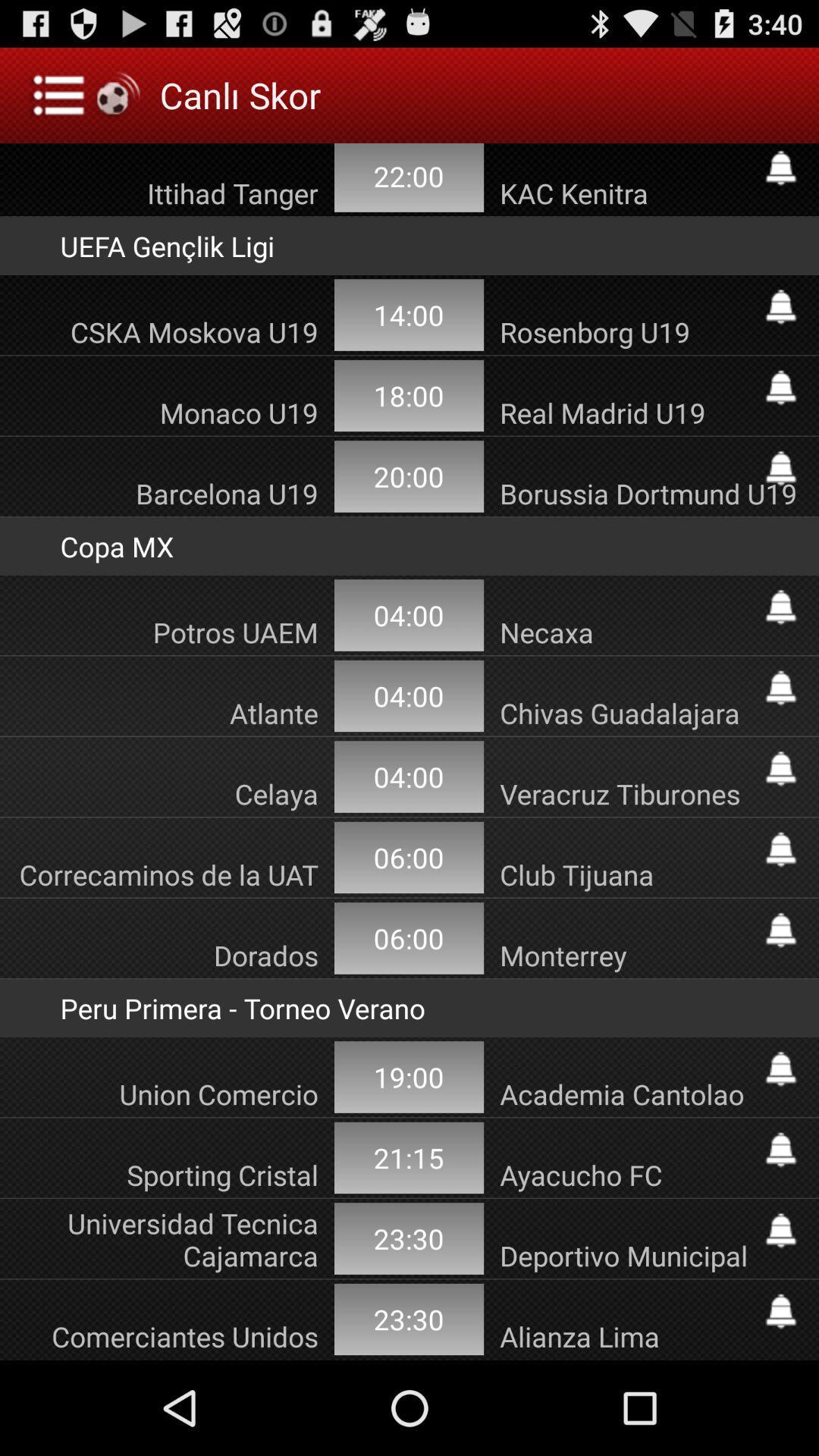  I want to click on set an alert for the time of this game, so click(780, 1068).